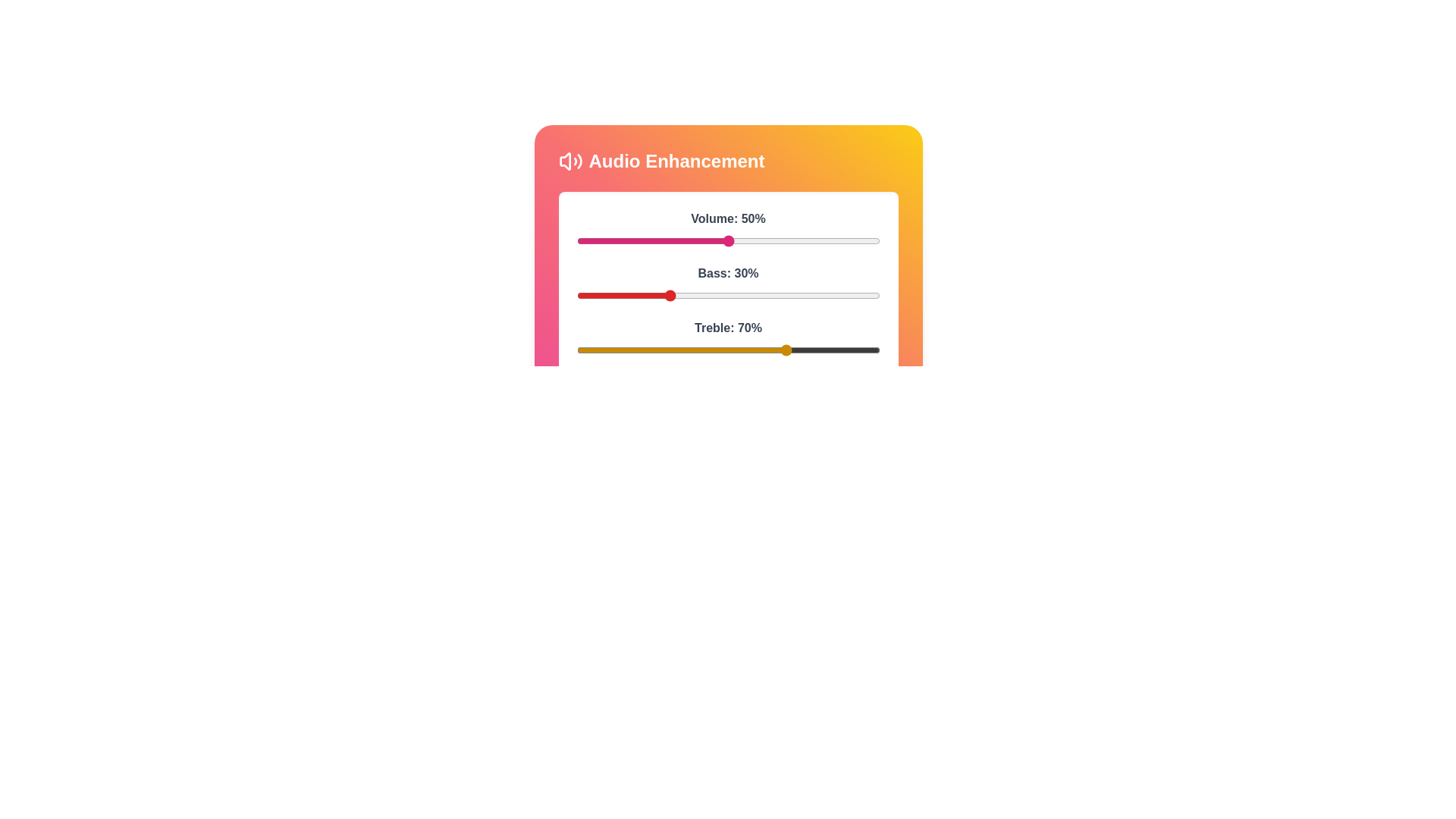 This screenshot has height=819, width=1456. I want to click on the bass level, so click(877, 295).